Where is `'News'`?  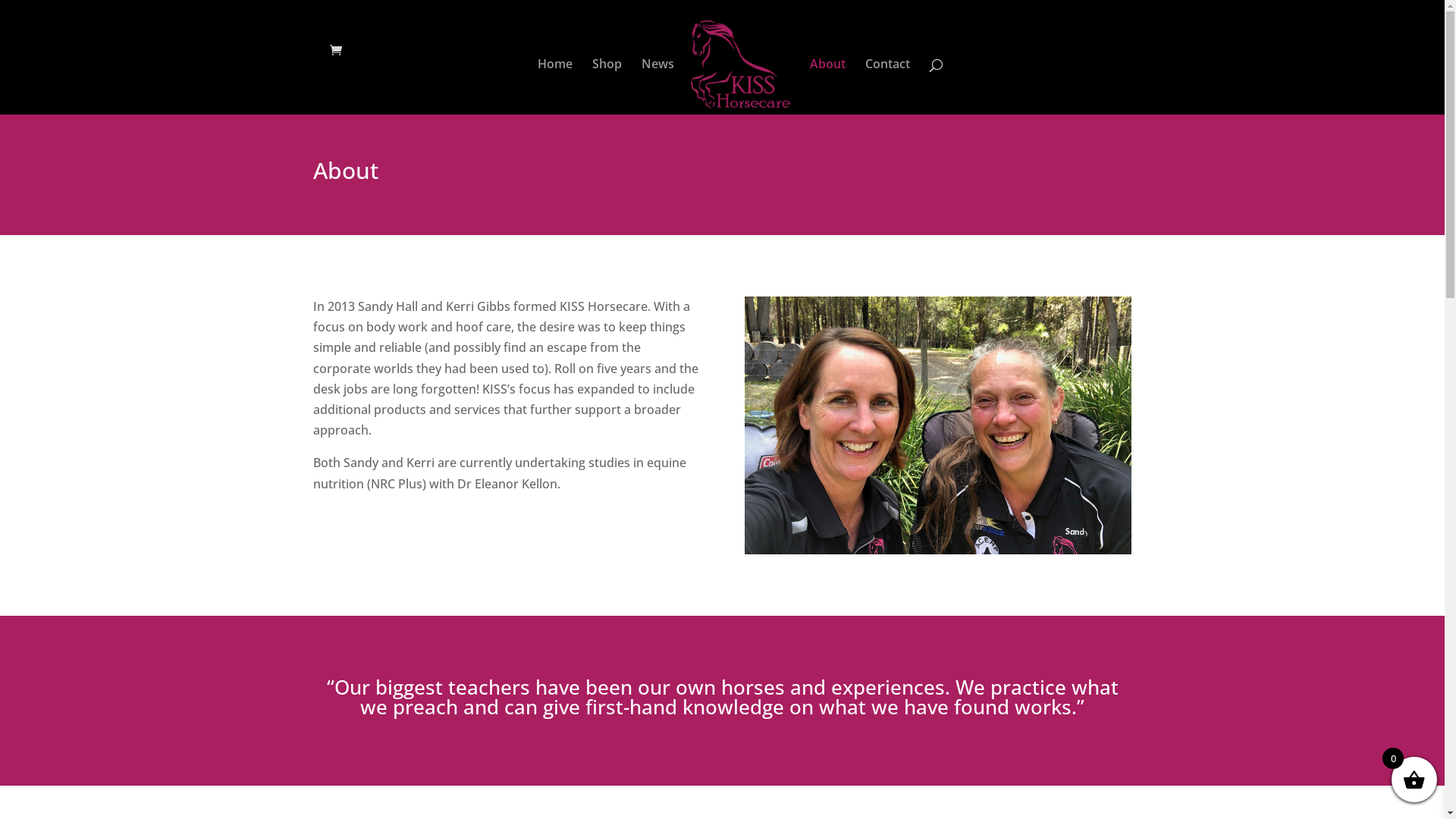
'News' is located at coordinates (641, 86).